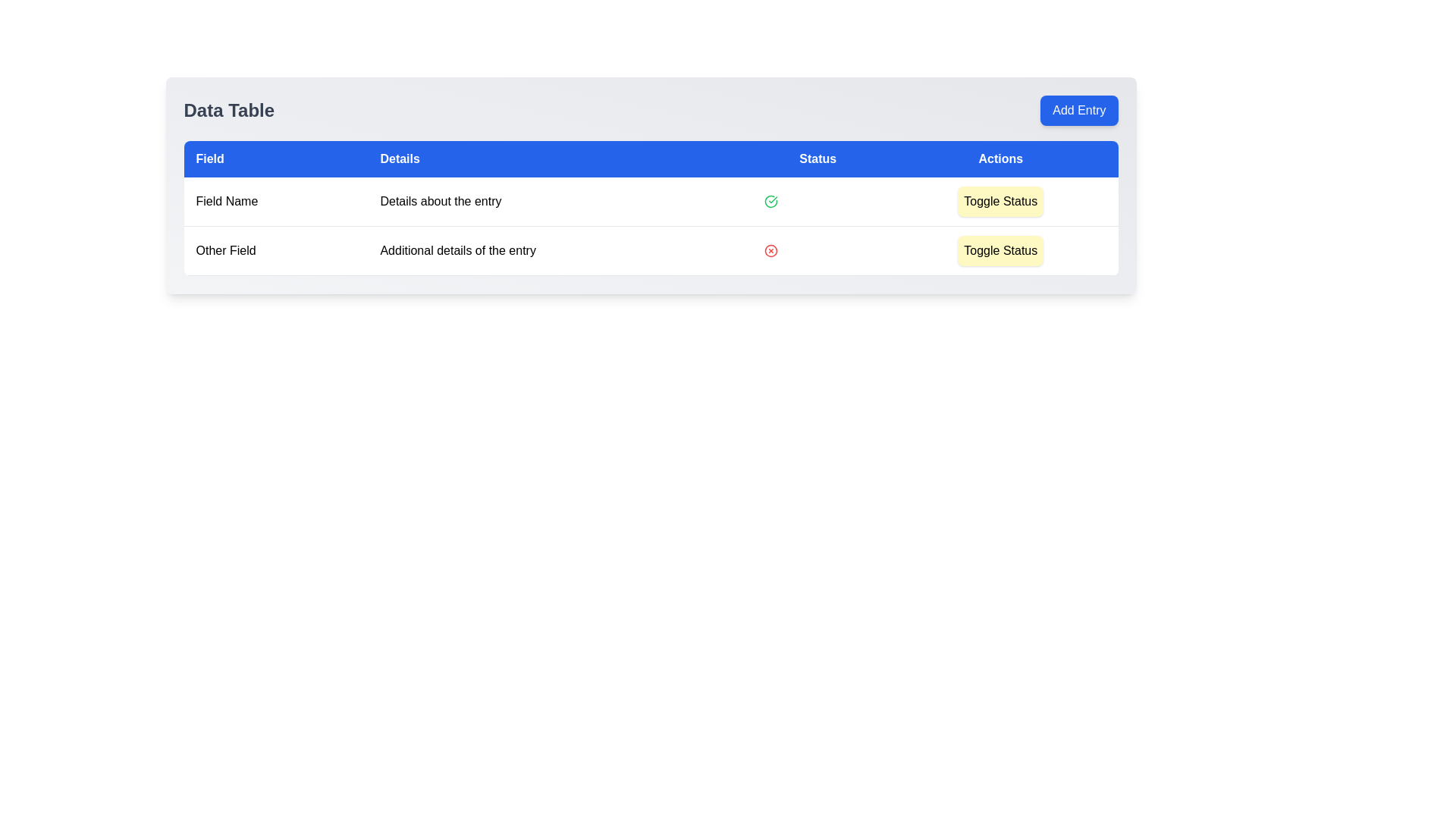 The image size is (1456, 819). Describe the element at coordinates (771, 201) in the screenshot. I see `the green circle icon with a checkmark inside, located in the 'Status' column of the first data row labeled 'Field Name', to understand the status` at that location.